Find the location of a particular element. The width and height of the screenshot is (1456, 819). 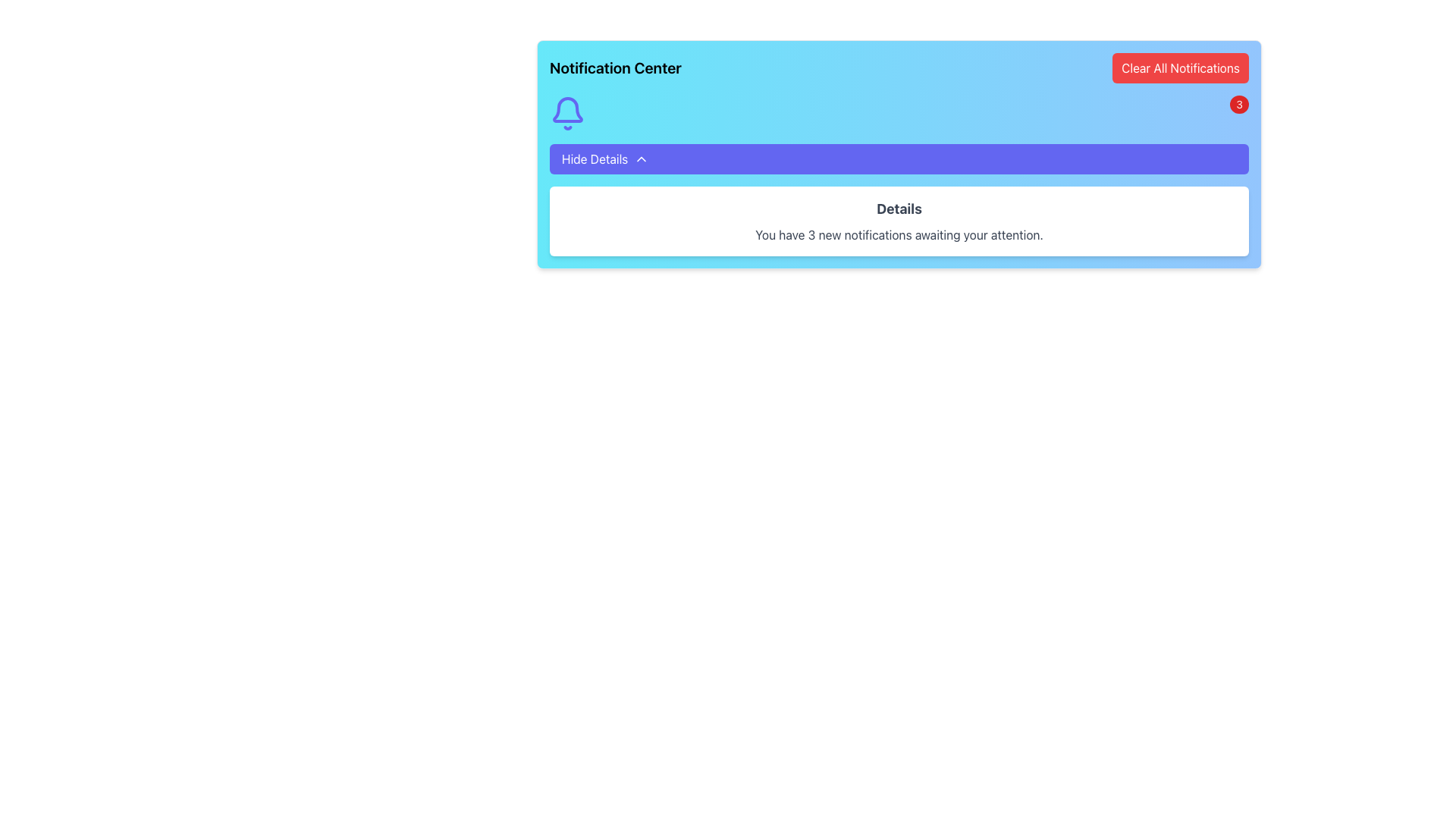

the button located below the title 'Notification Center' and the 'Clear All Notifications' button is located at coordinates (899, 158).